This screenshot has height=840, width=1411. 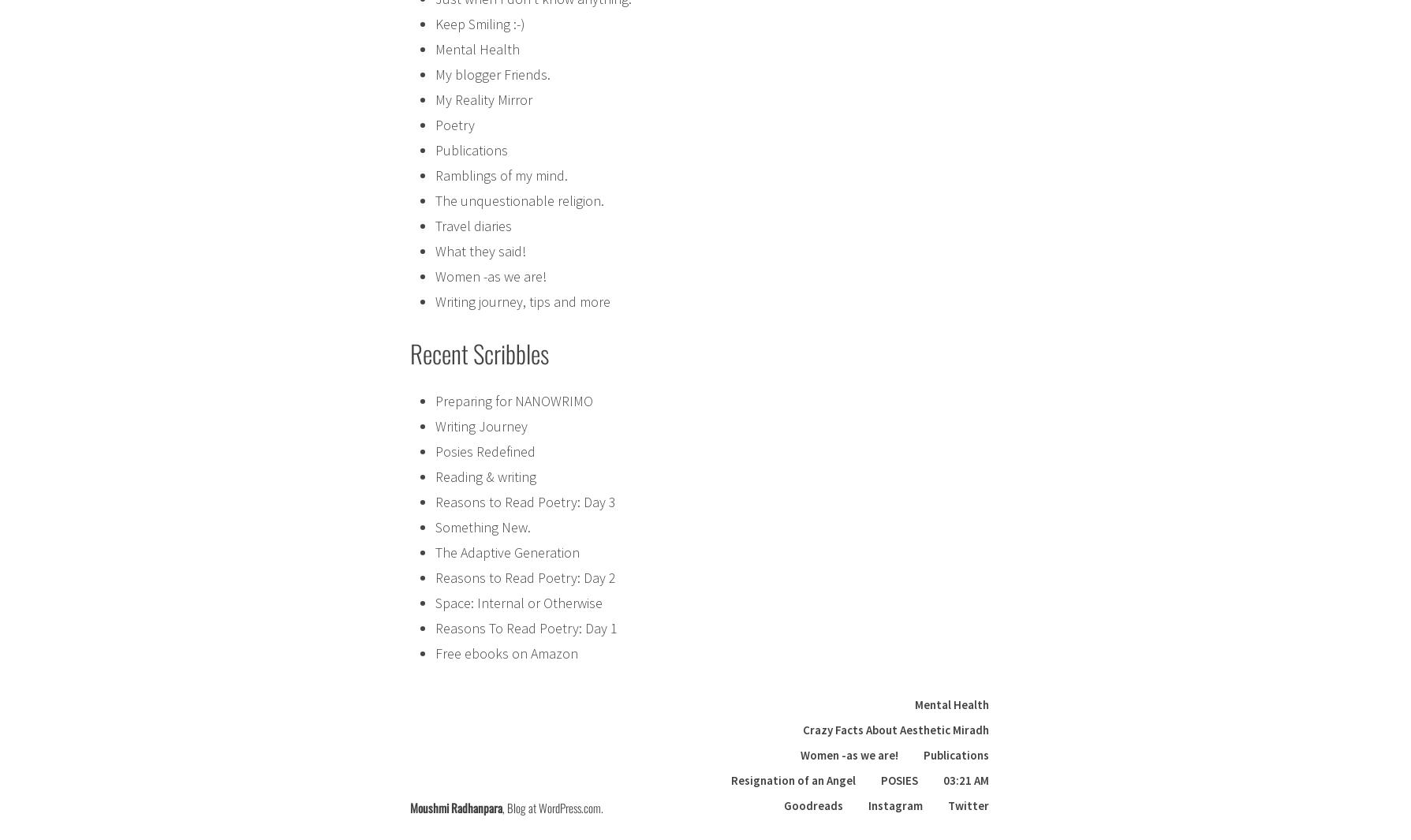 What do you see at coordinates (729, 780) in the screenshot?
I see `'Resignation of an Angel'` at bounding box center [729, 780].